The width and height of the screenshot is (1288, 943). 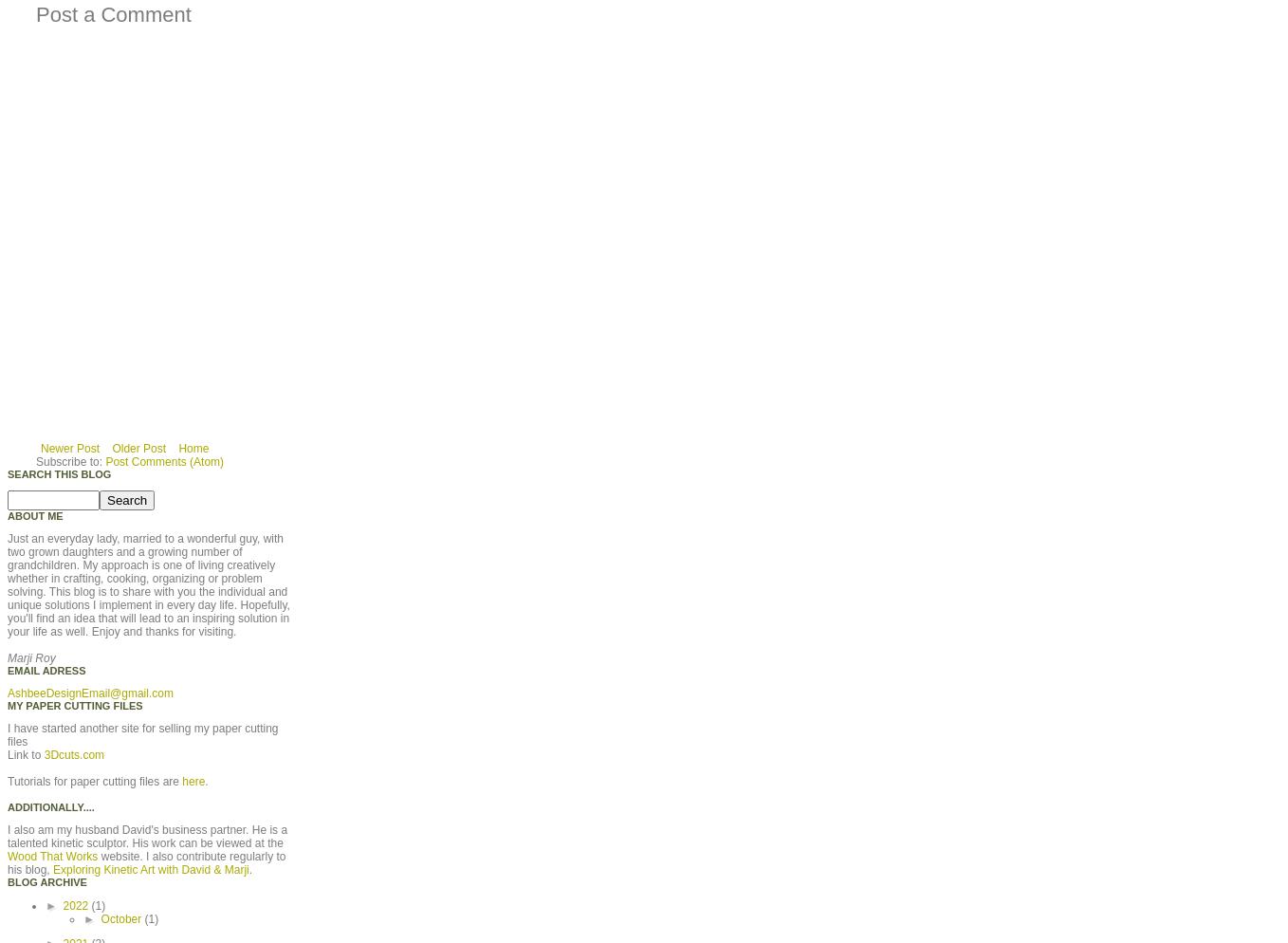 What do you see at coordinates (192, 780) in the screenshot?
I see `'here'` at bounding box center [192, 780].